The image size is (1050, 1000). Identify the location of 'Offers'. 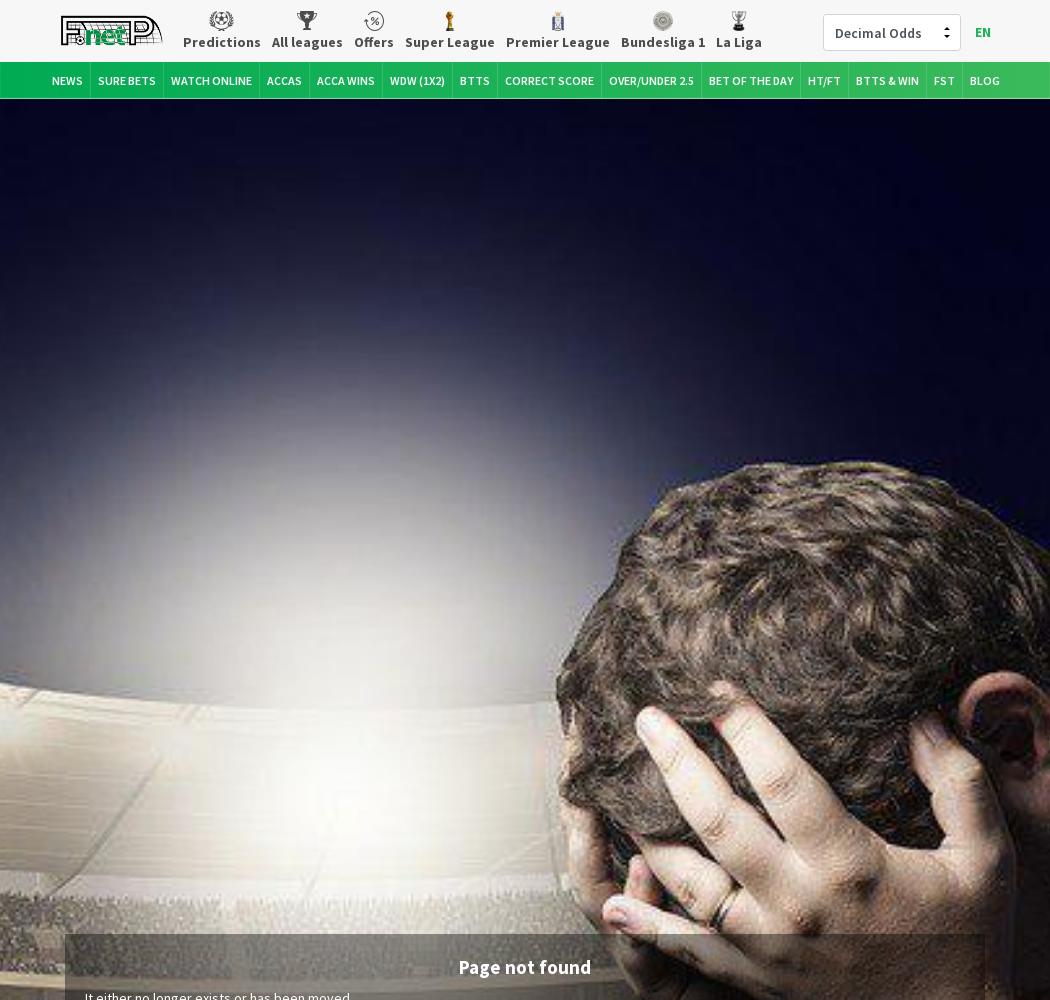
(371, 41).